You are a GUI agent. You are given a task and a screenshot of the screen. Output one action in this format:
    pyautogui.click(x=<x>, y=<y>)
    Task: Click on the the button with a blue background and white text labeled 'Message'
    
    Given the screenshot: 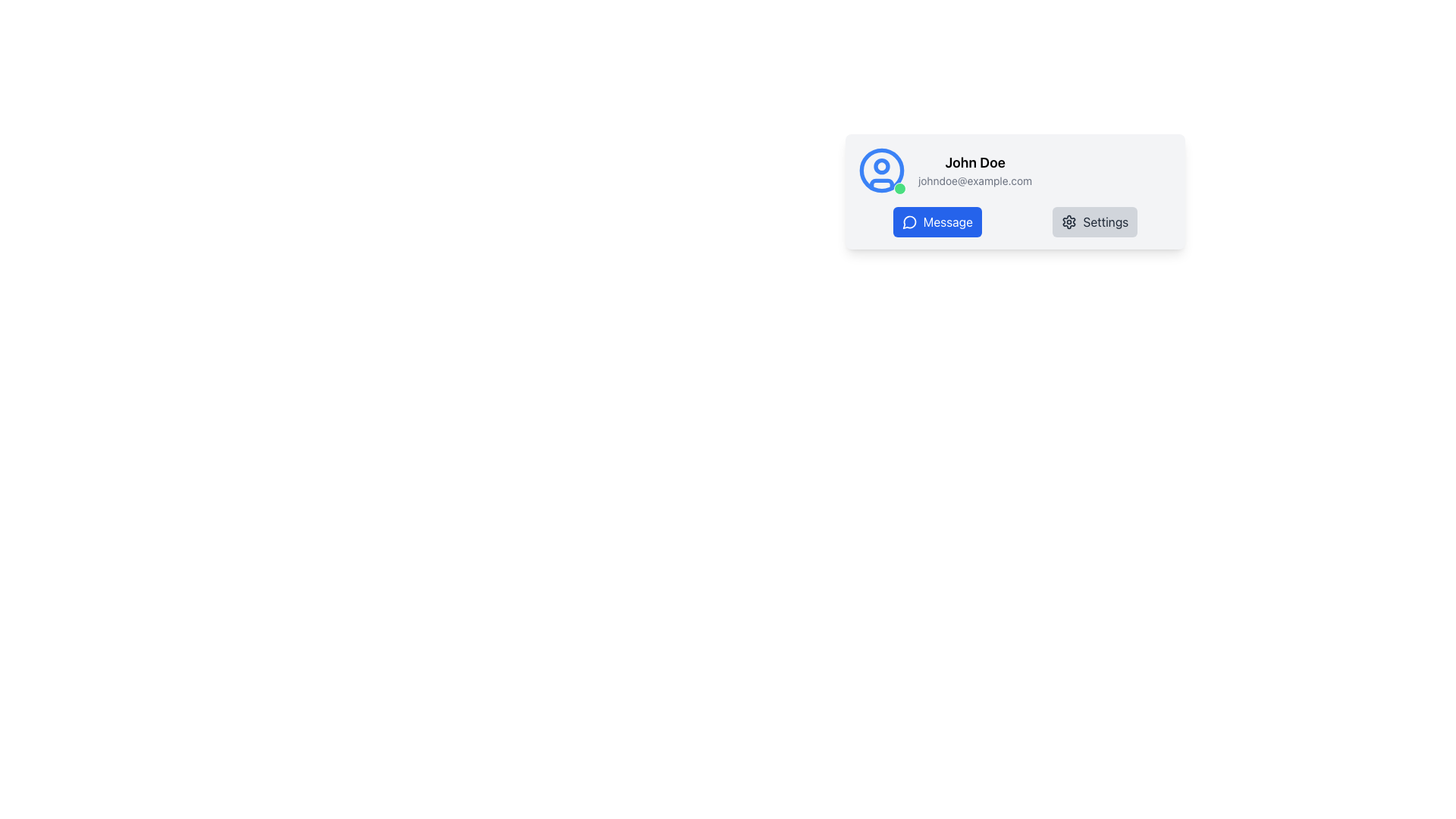 What is the action you would take?
    pyautogui.click(x=937, y=222)
    